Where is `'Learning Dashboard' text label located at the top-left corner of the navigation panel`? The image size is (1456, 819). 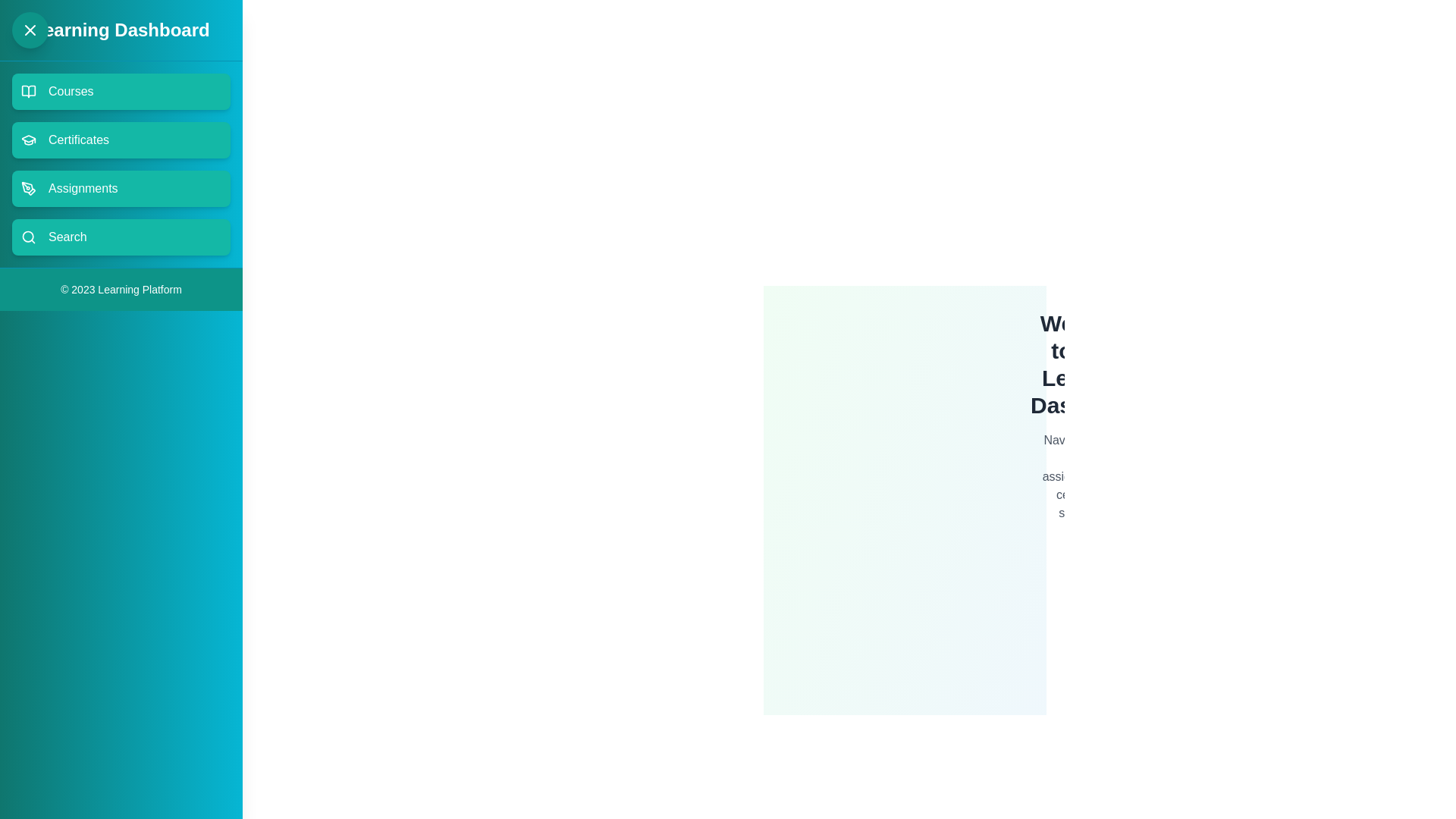
'Learning Dashboard' text label located at the top-left corner of the navigation panel is located at coordinates (120, 30).